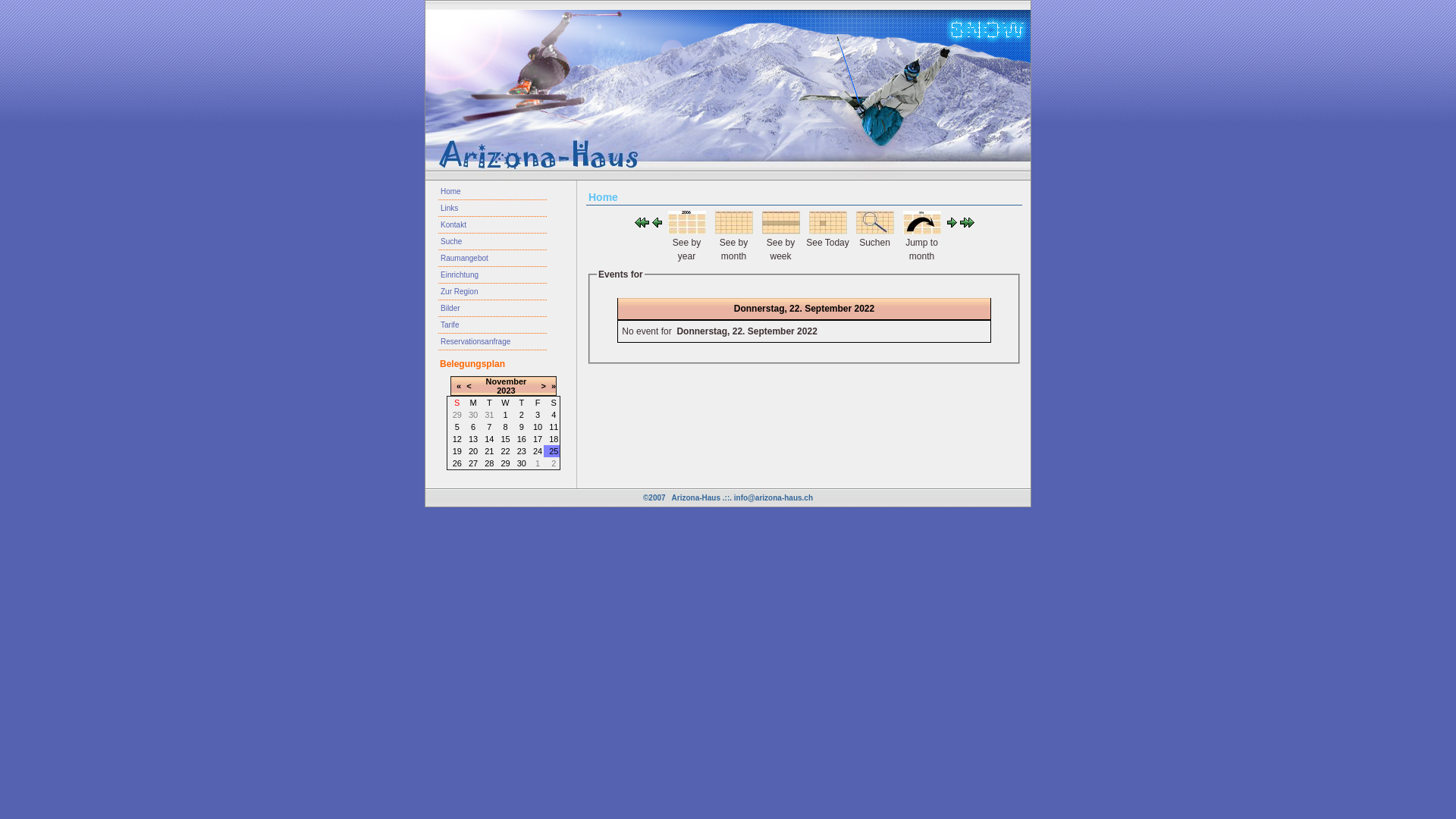  Describe the element at coordinates (488, 427) in the screenshot. I see `'7'` at that location.